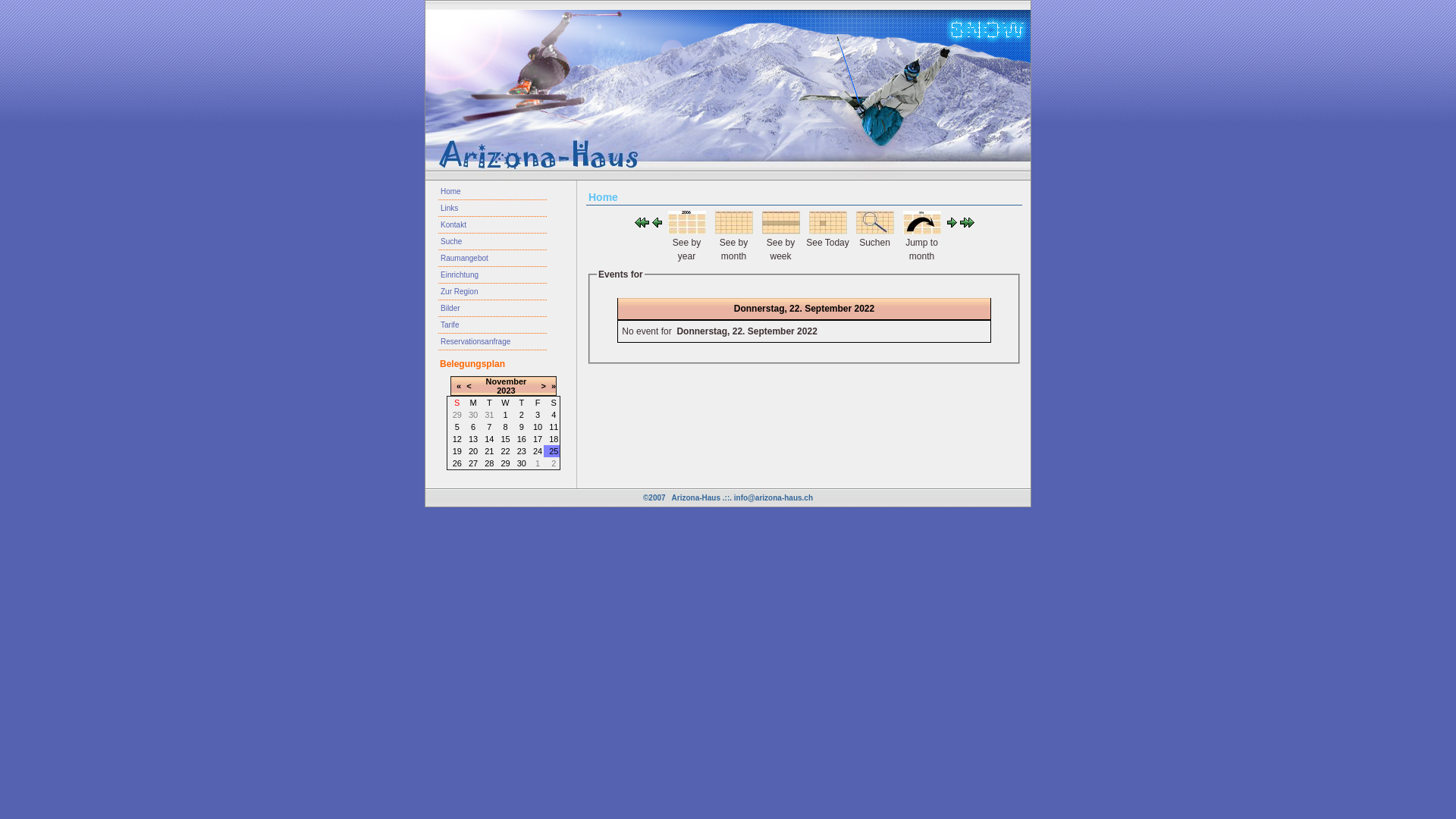  Describe the element at coordinates (488, 427) in the screenshot. I see `'7'` at that location.